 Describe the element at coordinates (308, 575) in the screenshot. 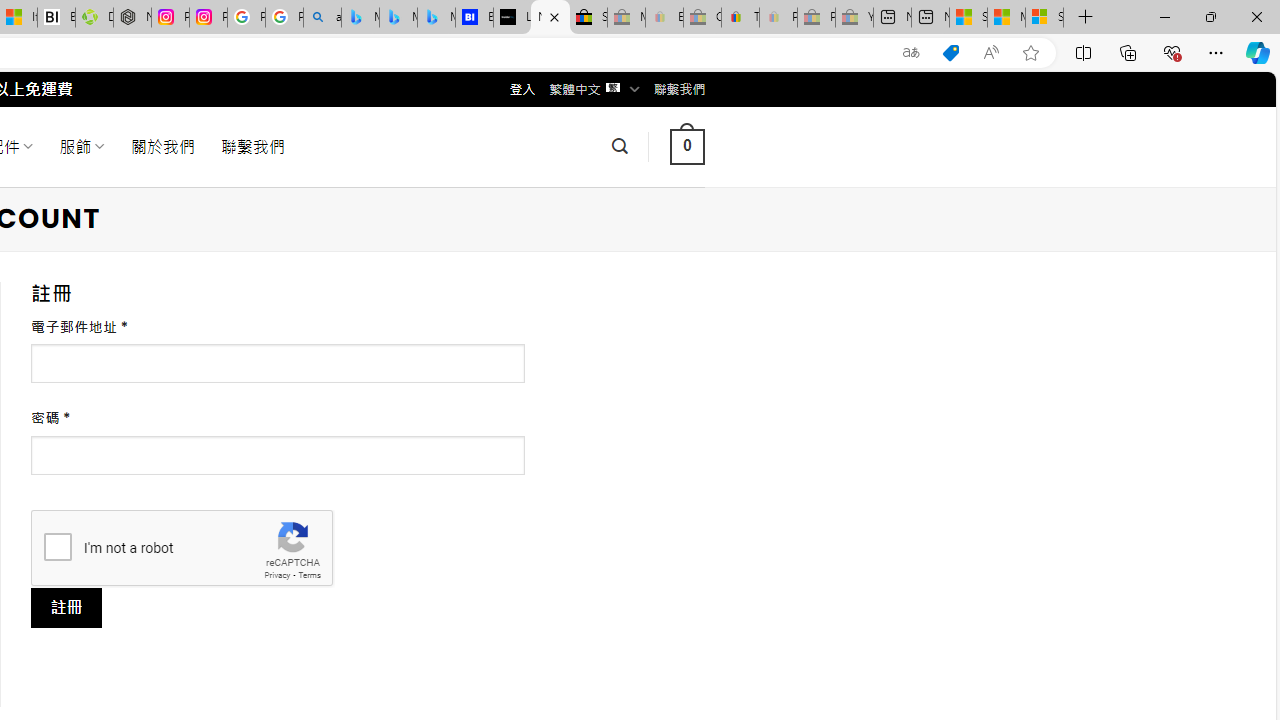

I see `'Terms'` at that location.